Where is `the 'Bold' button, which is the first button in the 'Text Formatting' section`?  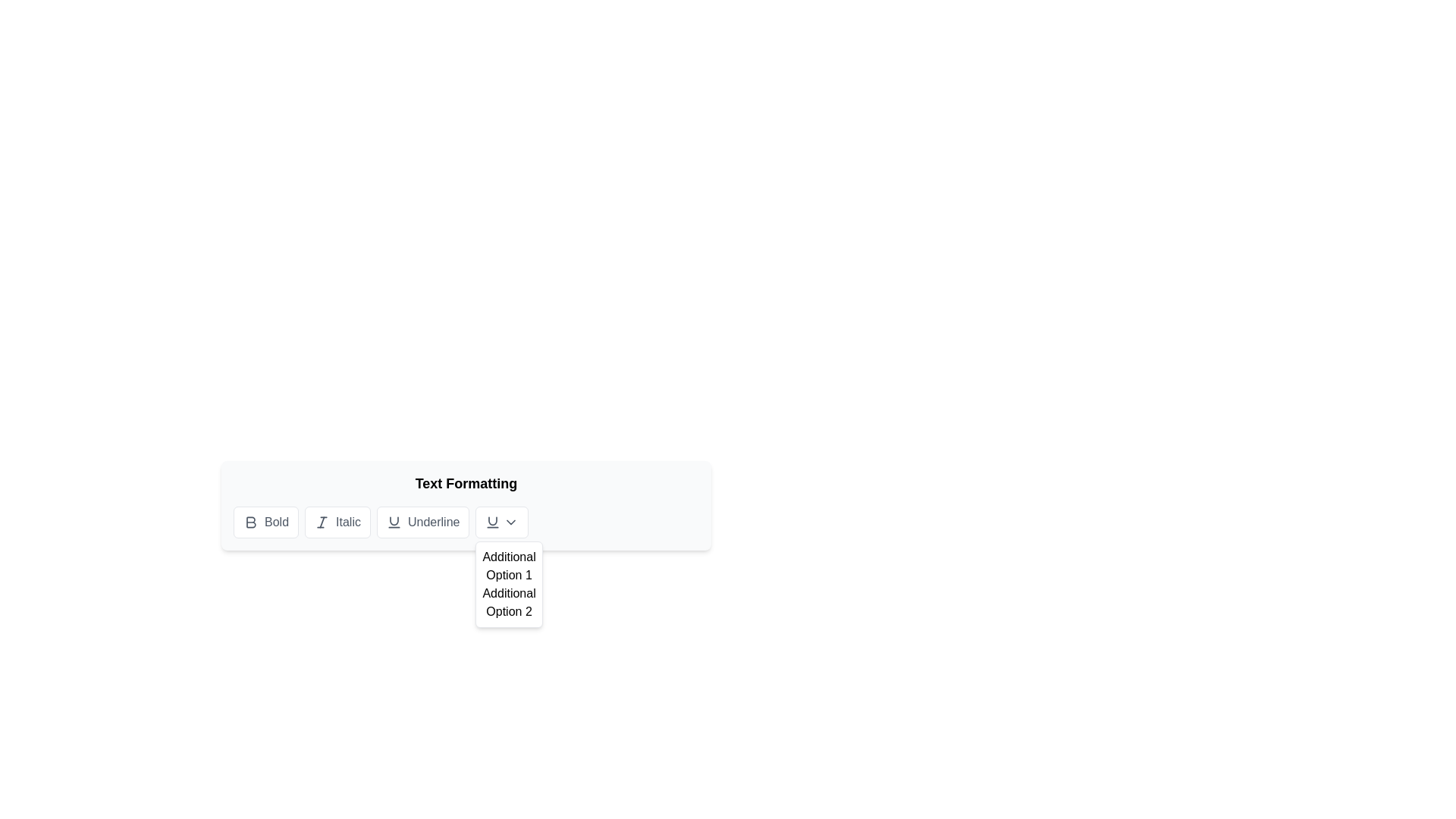
the 'Bold' button, which is the first button in the 'Text Formatting' section is located at coordinates (265, 522).